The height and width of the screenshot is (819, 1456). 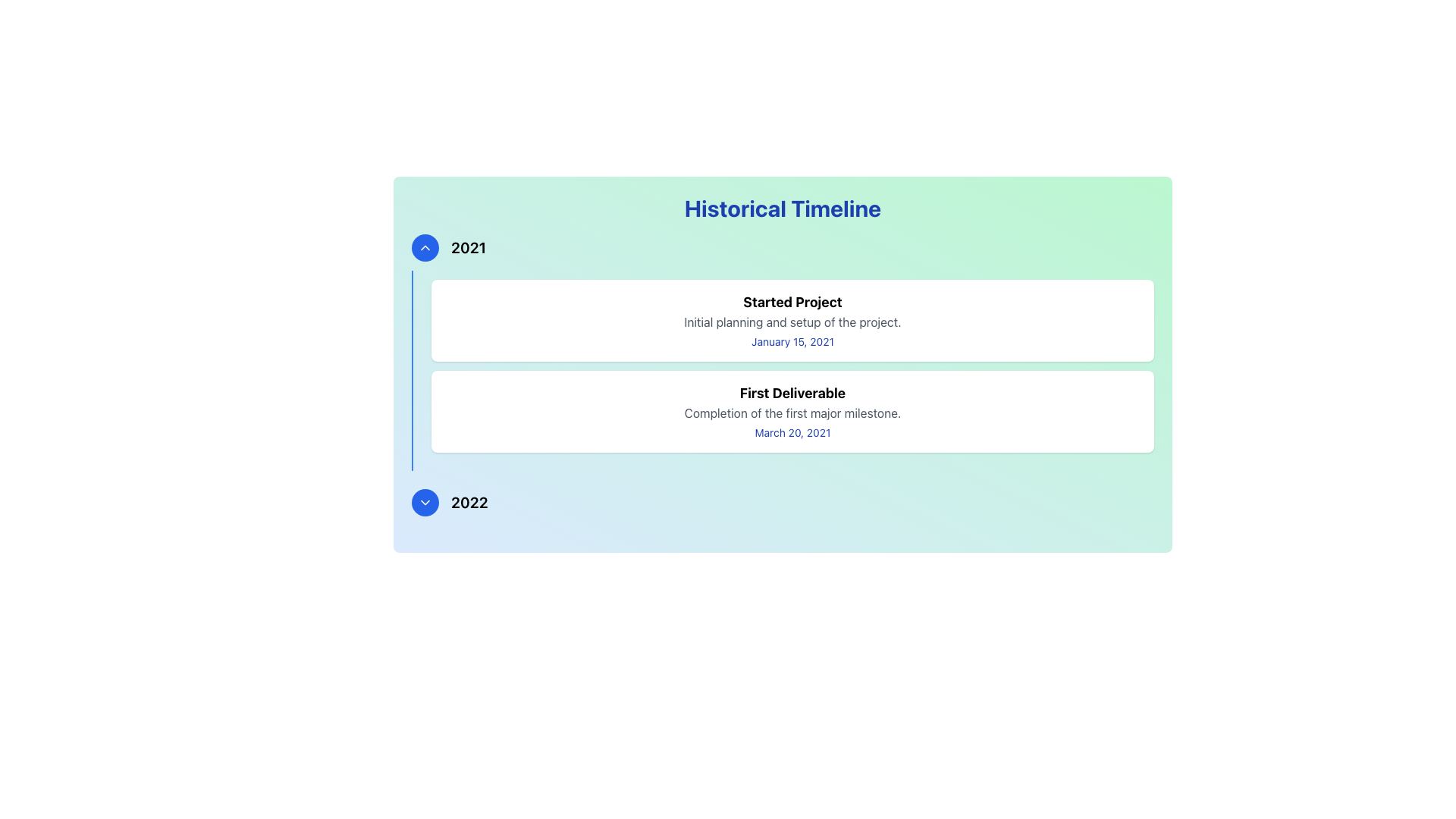 I want to click on the Milestone Card displaying 'First Deliverable' to focus on the details of the second item in the vertical timeline for the year 2021, so click(x=792, y=412).